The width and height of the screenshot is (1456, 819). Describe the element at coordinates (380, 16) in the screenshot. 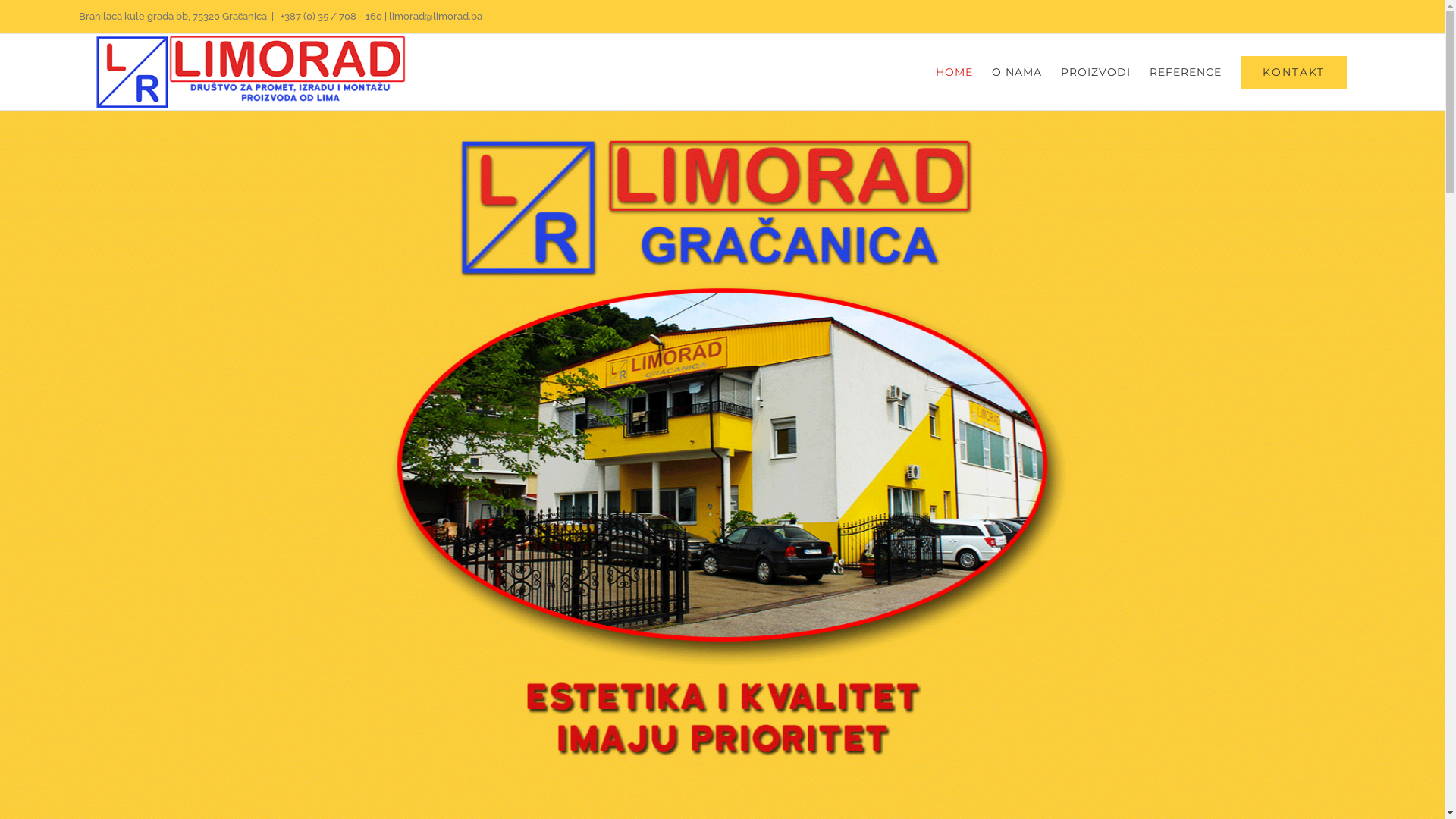

I see `'+387 (0) 35 / 708 - 160 | limorad@limorad.ba'` at that location.